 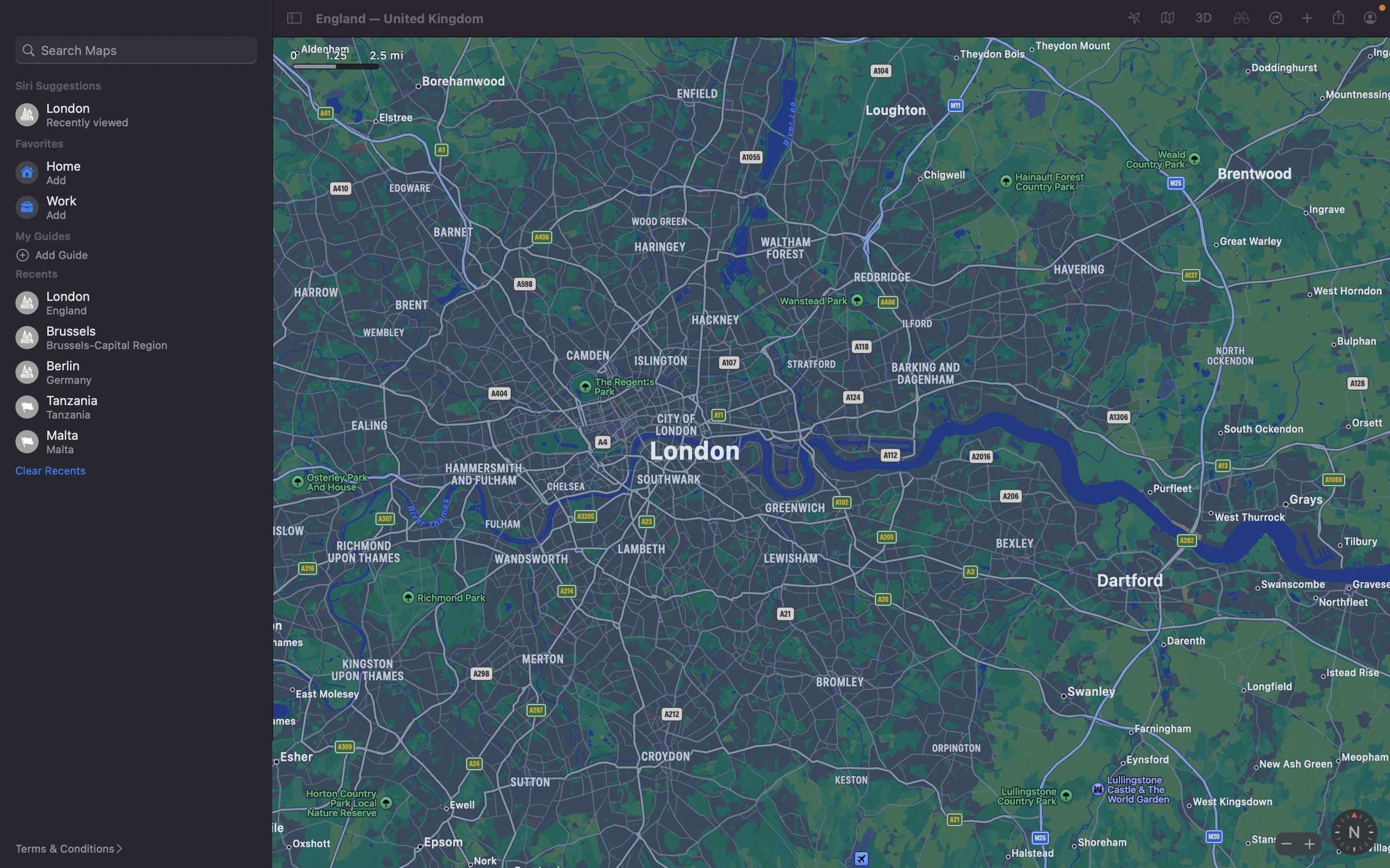 I want to click on Switch the map interface to a satellite image, so click(x=1165, y=18).